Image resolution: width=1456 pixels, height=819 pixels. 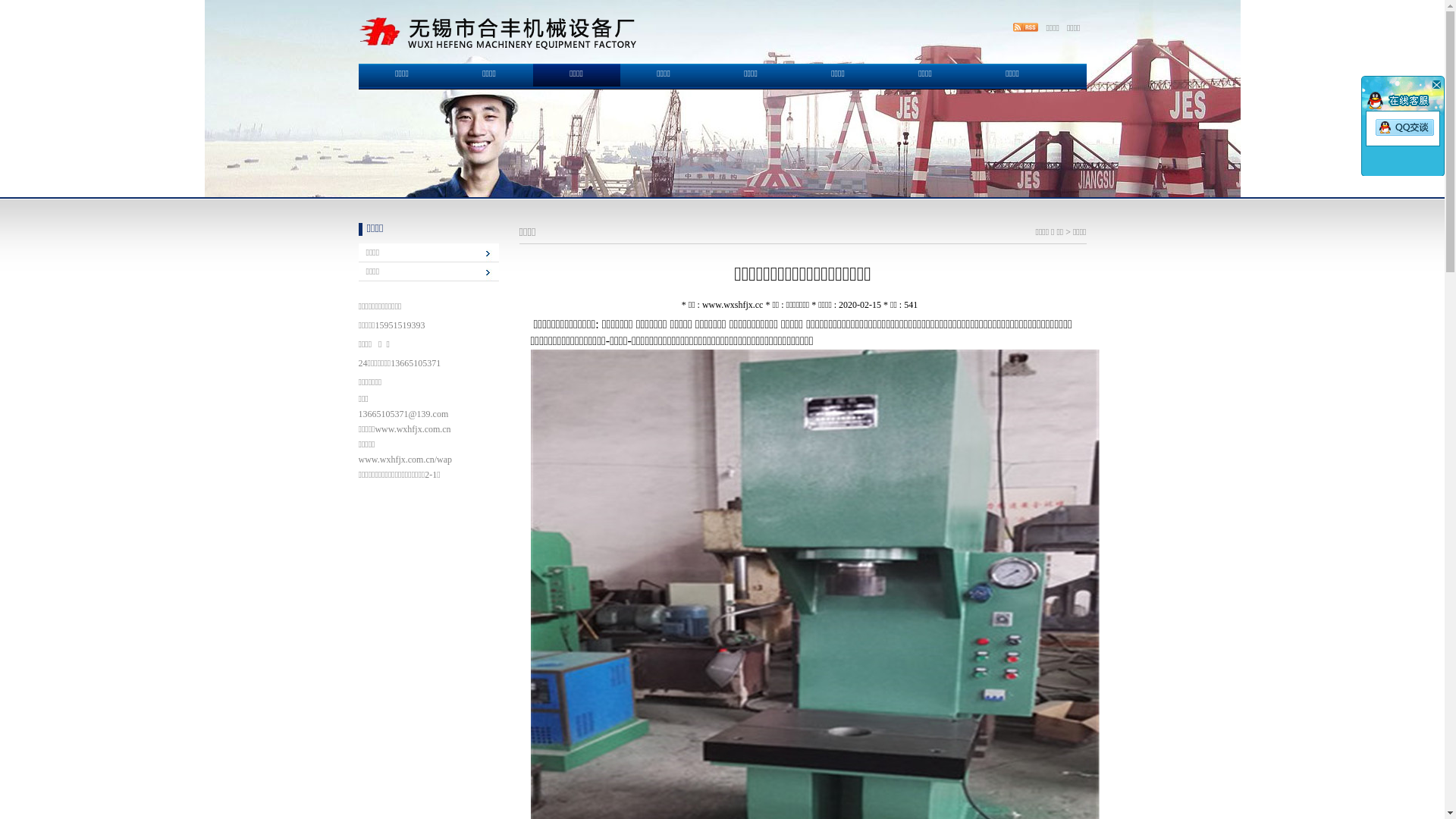 I want to click on 'www.wxhfjx.com.cn/wap', so click(x=404, y=458).